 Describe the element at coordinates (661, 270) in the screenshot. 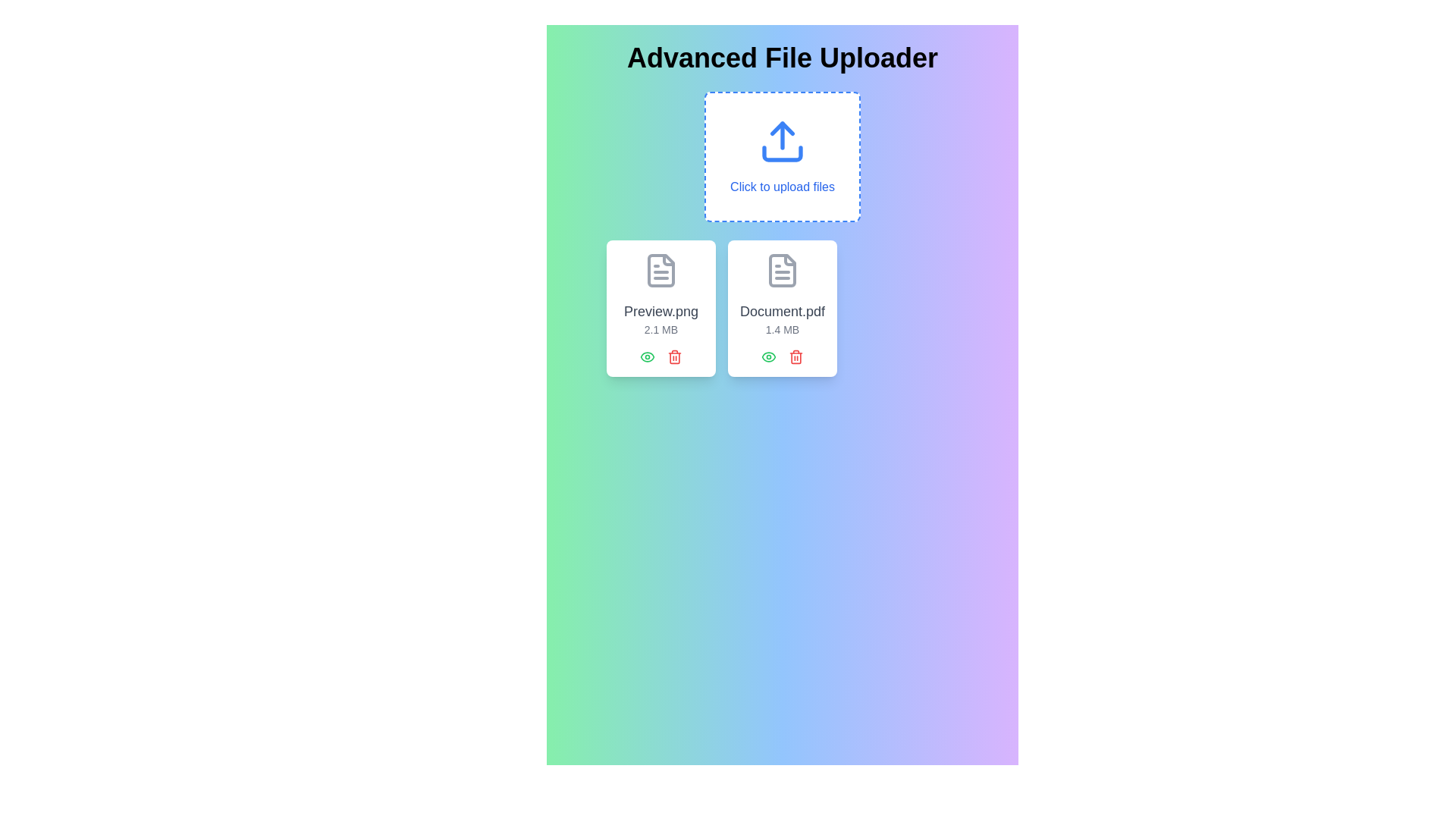

I see `the document icon illustrating a file type, styled in gray, located at the top of the card labeled 'Preview.png 2.1 MB'` at that location.